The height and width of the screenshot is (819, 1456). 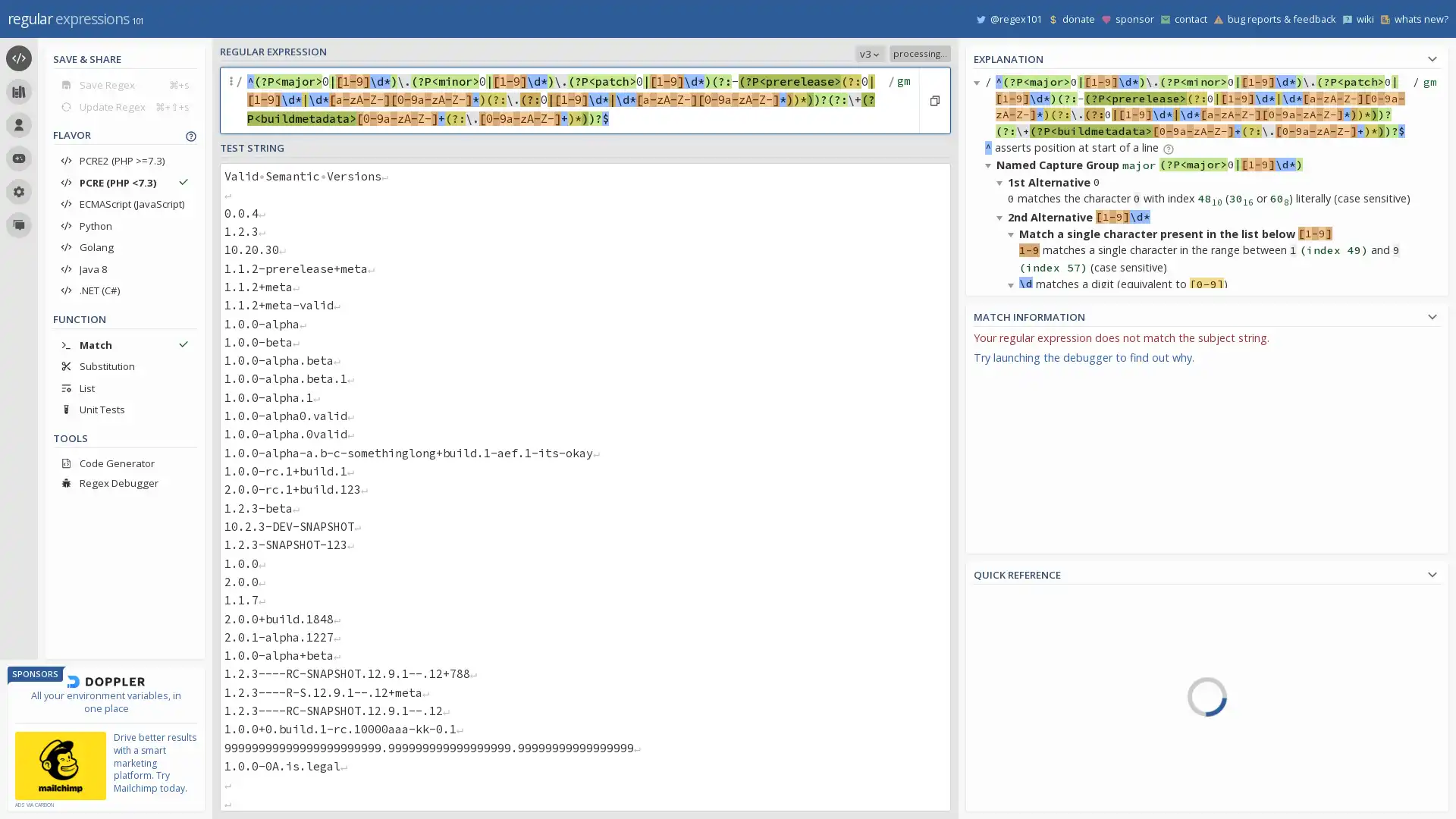 I want to click on Copy to clipboard, so click(x=934, y=100).